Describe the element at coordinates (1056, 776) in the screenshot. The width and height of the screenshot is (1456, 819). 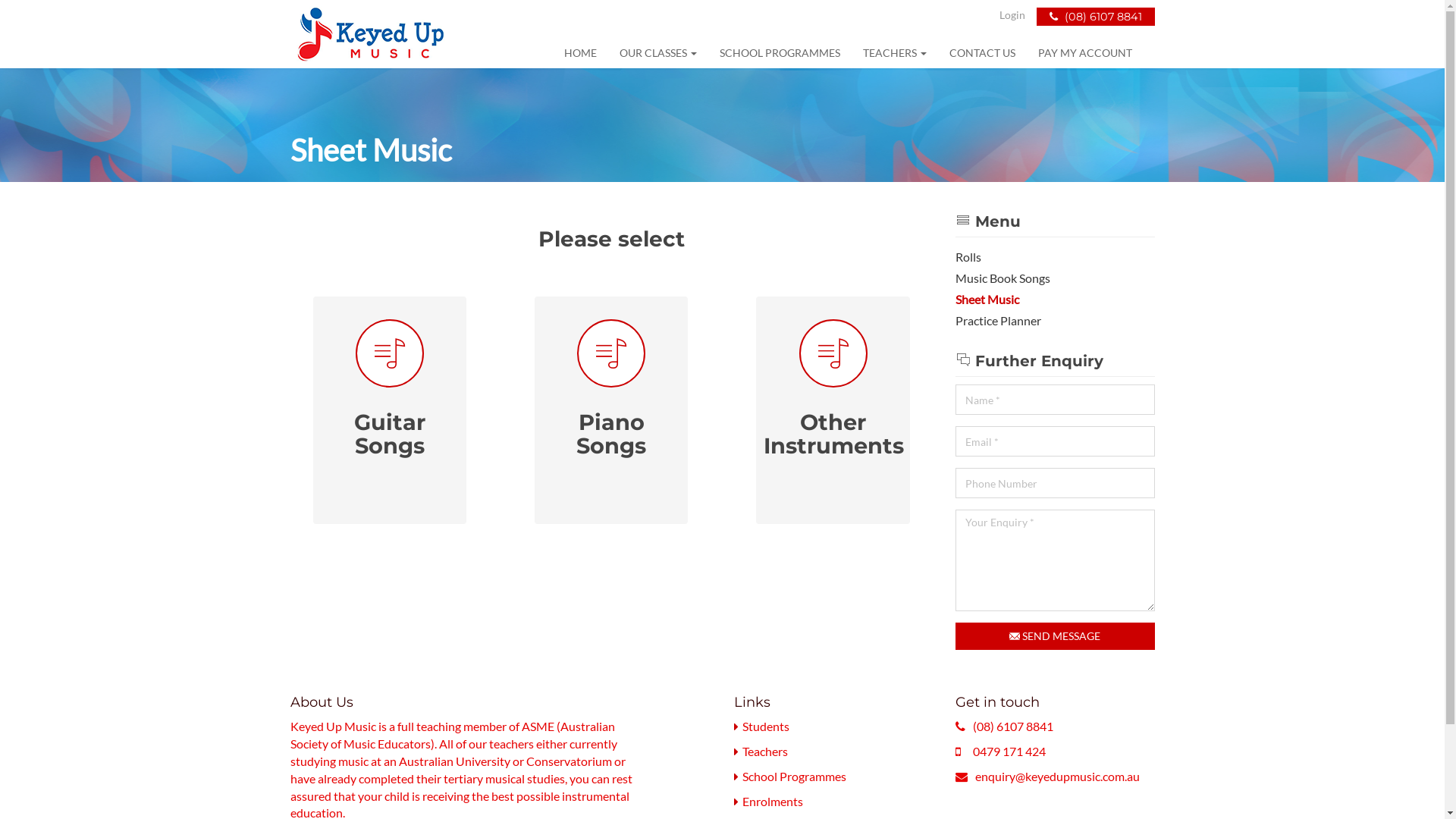
I see `'enquiry@keyedupmusic.com.au'` at that location.